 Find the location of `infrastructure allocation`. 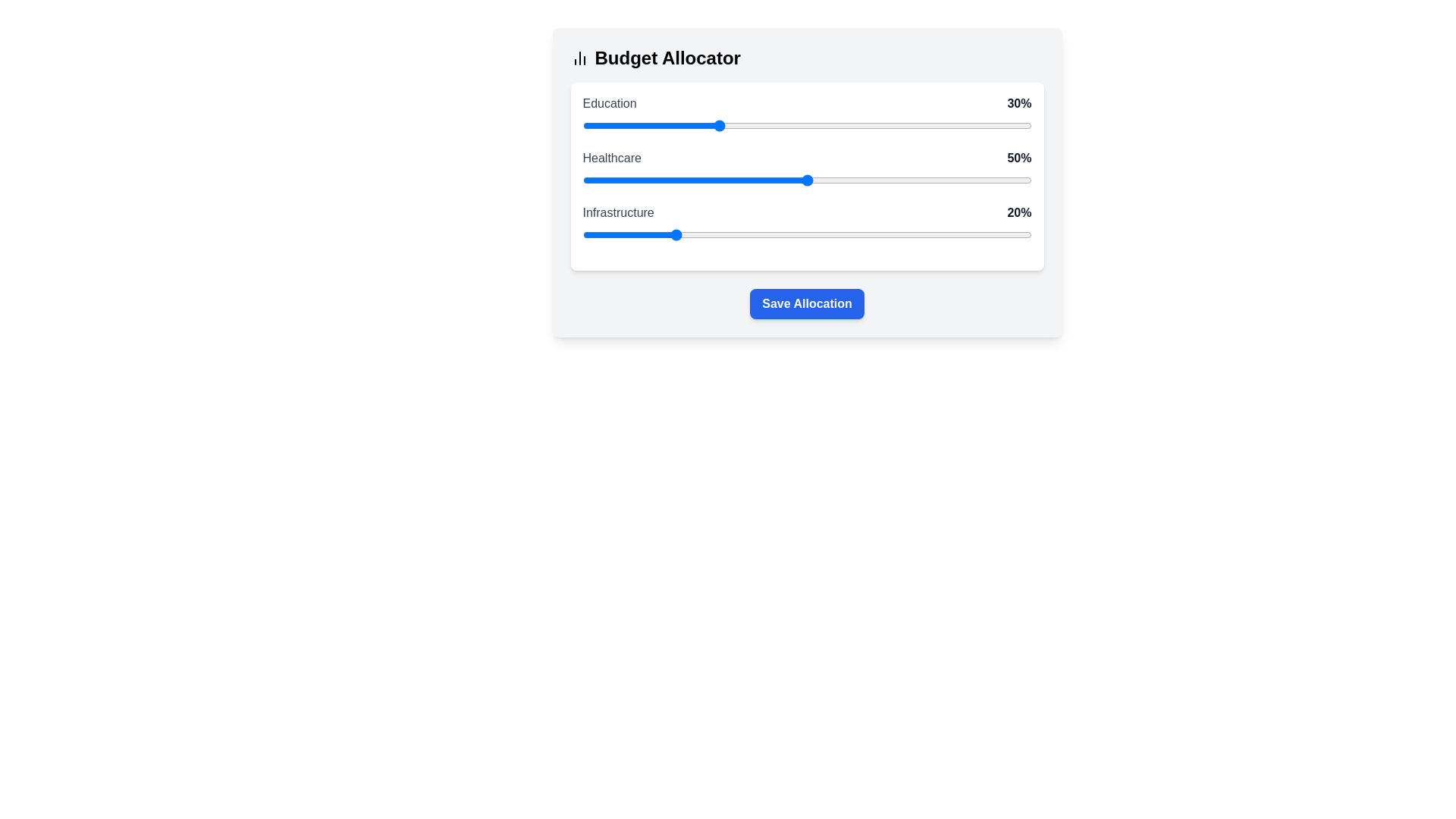

infrastructure allocation is located at coordinates (680, 234).